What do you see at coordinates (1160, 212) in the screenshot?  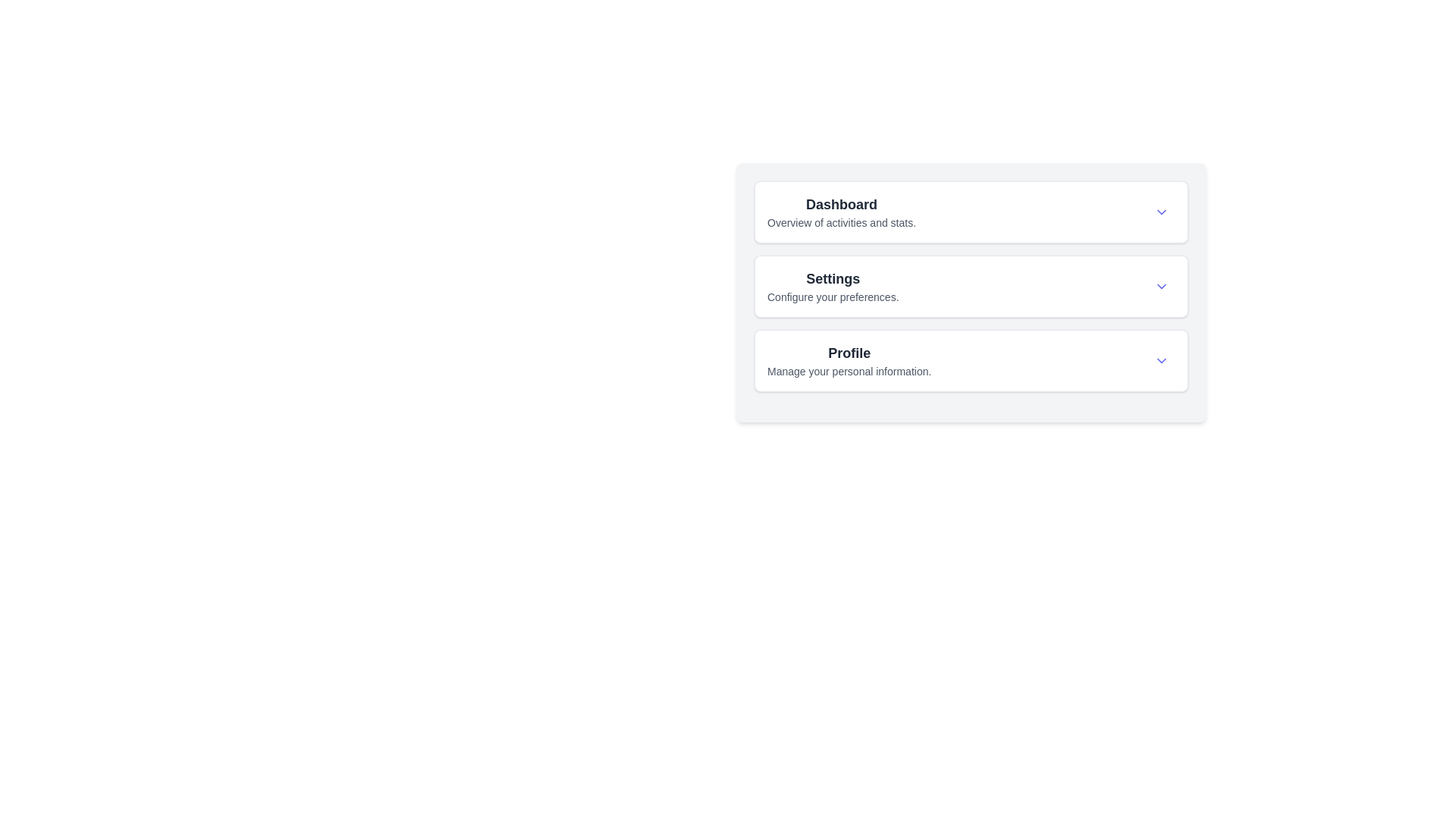 I see `the expand/collapse icon for the 'Dashboard' section` at bounding box center [1160, 212].